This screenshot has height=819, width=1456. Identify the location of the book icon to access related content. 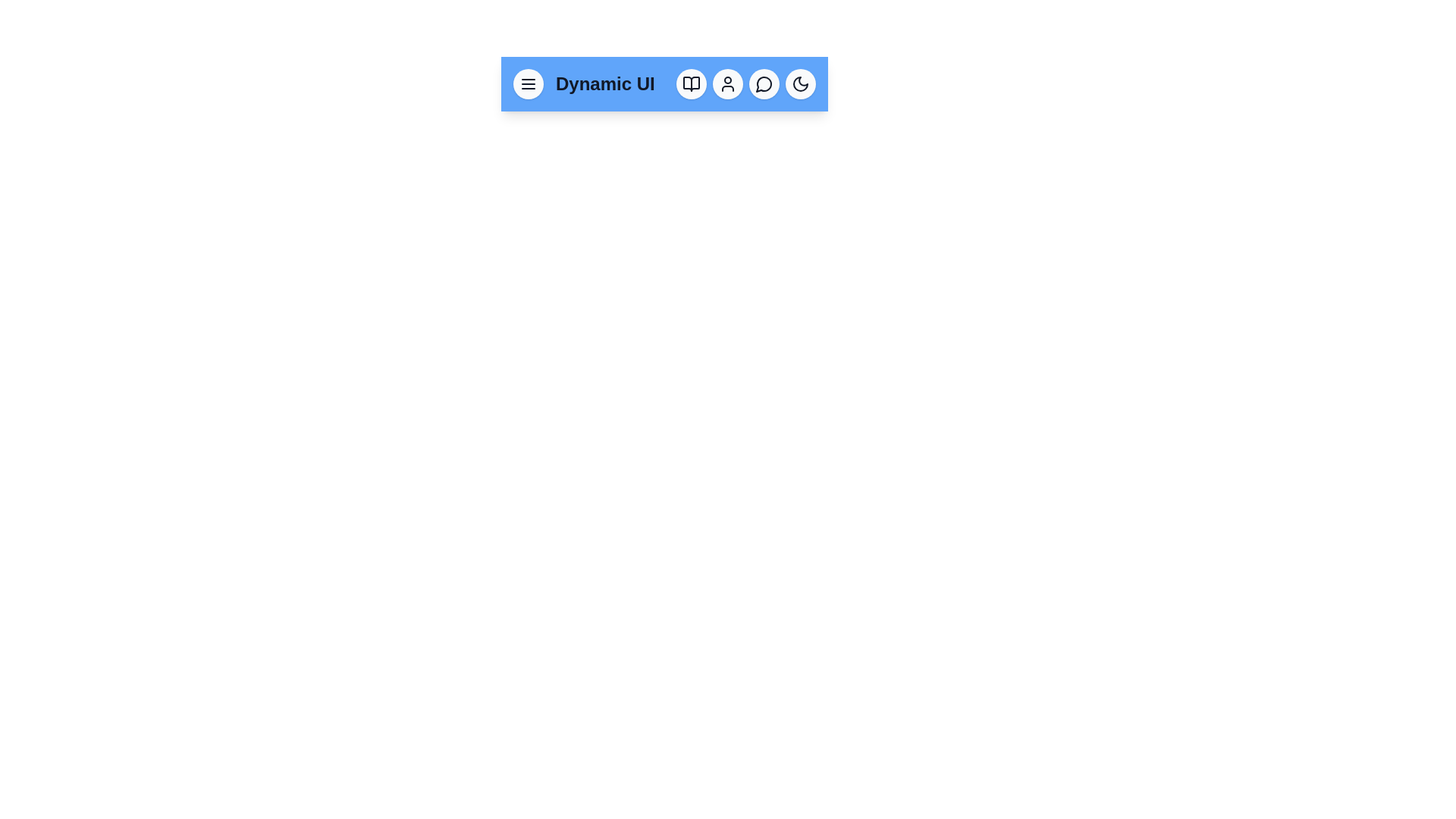
(691, 84).